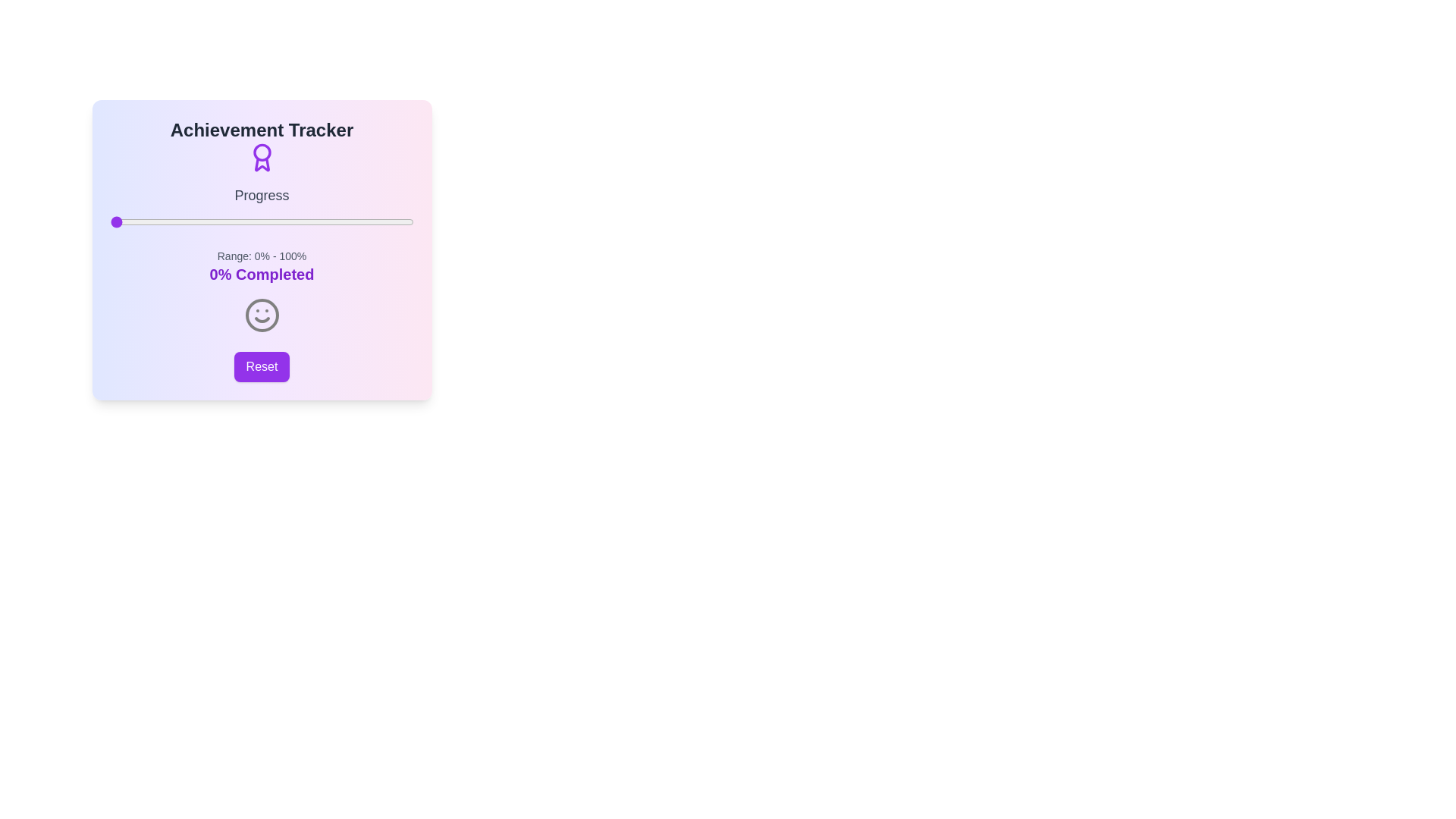  I want to click on the progress slider to 5%, so click(125, 222).